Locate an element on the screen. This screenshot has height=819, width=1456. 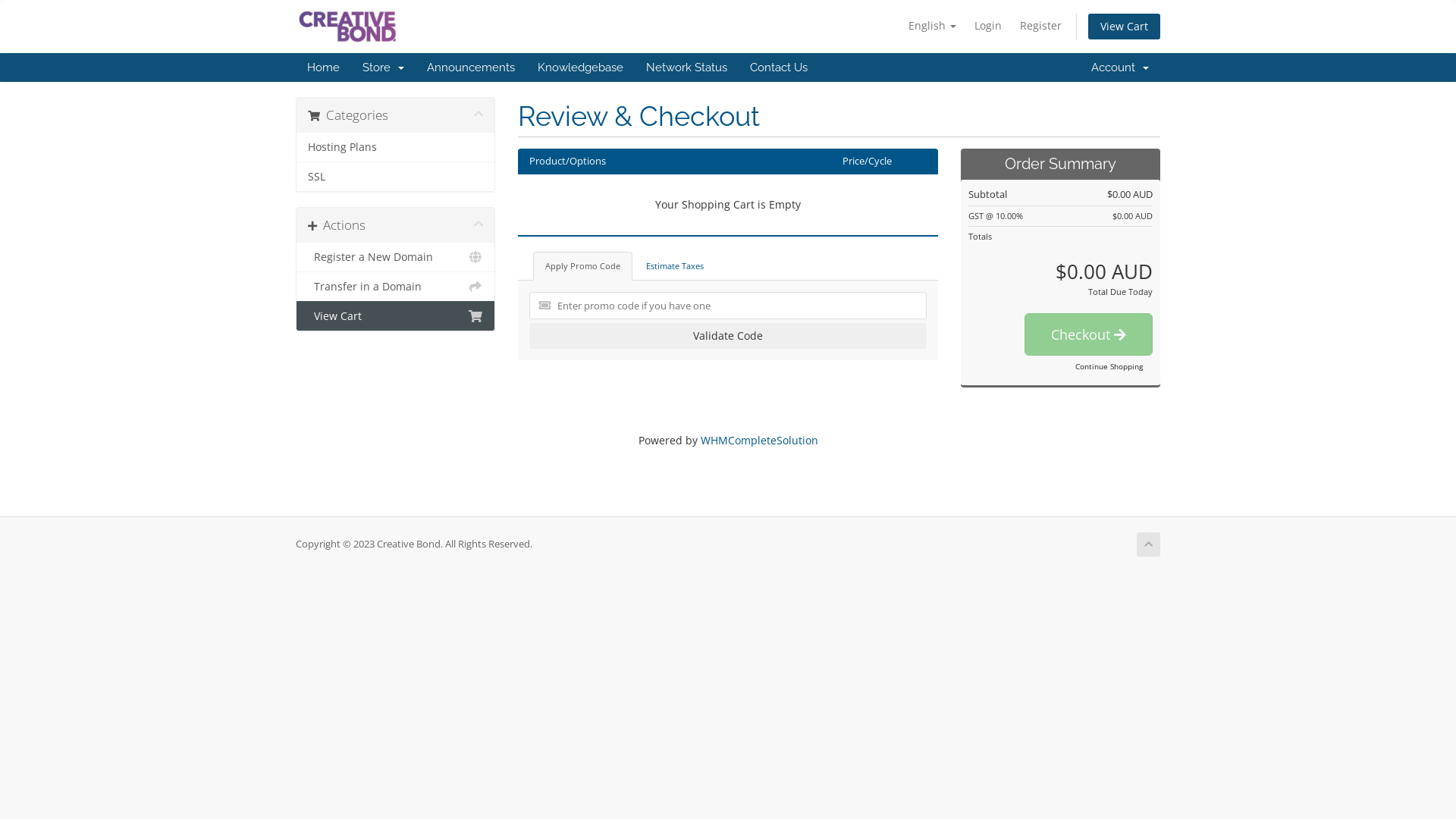
'SSL' is located at coordinates (395, 175).